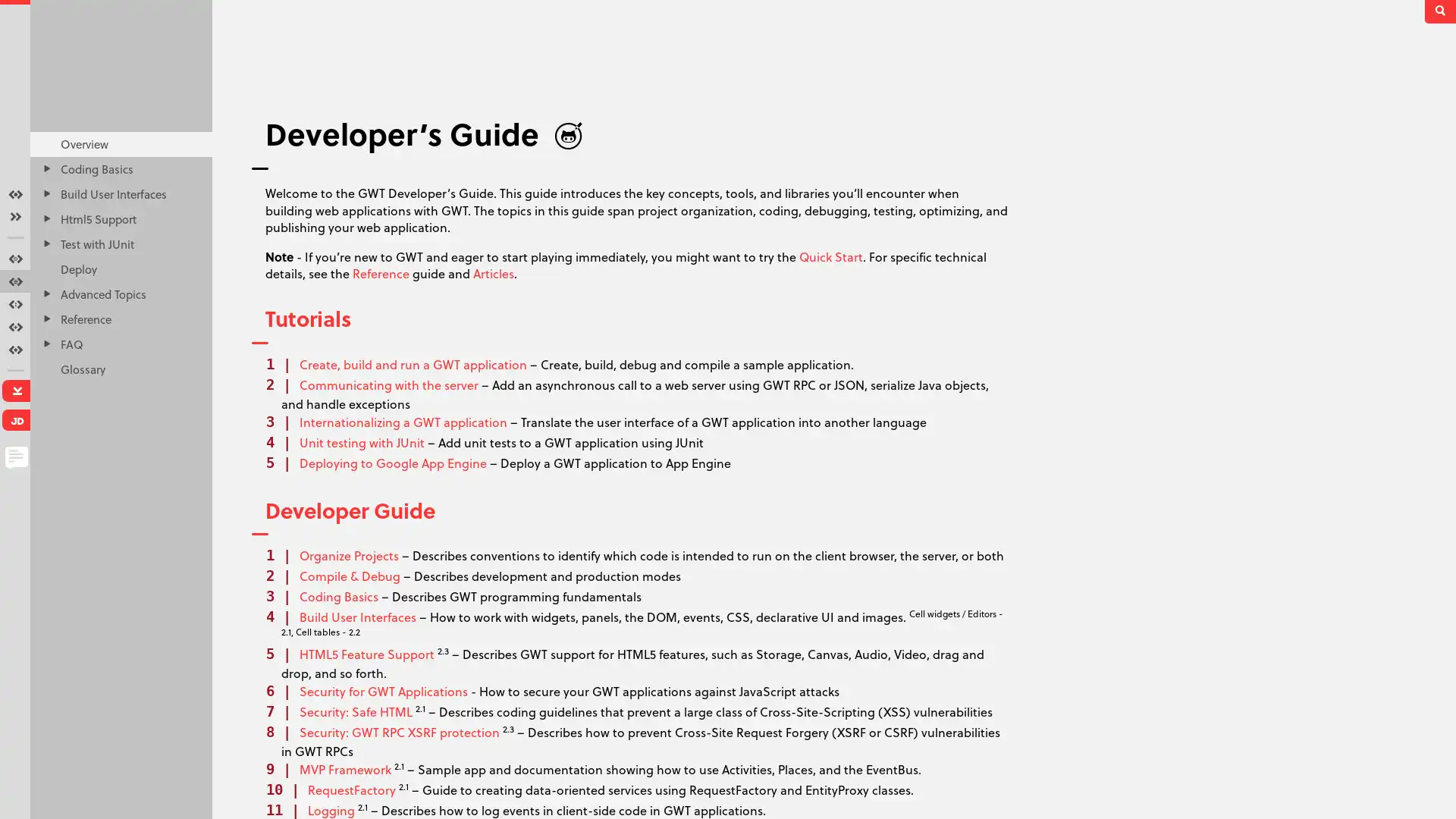 The width and height of the screenshot is (1456, 819). Describe the element at coordinates (1441, 11) in the screenshot. I see `Search` at that location.